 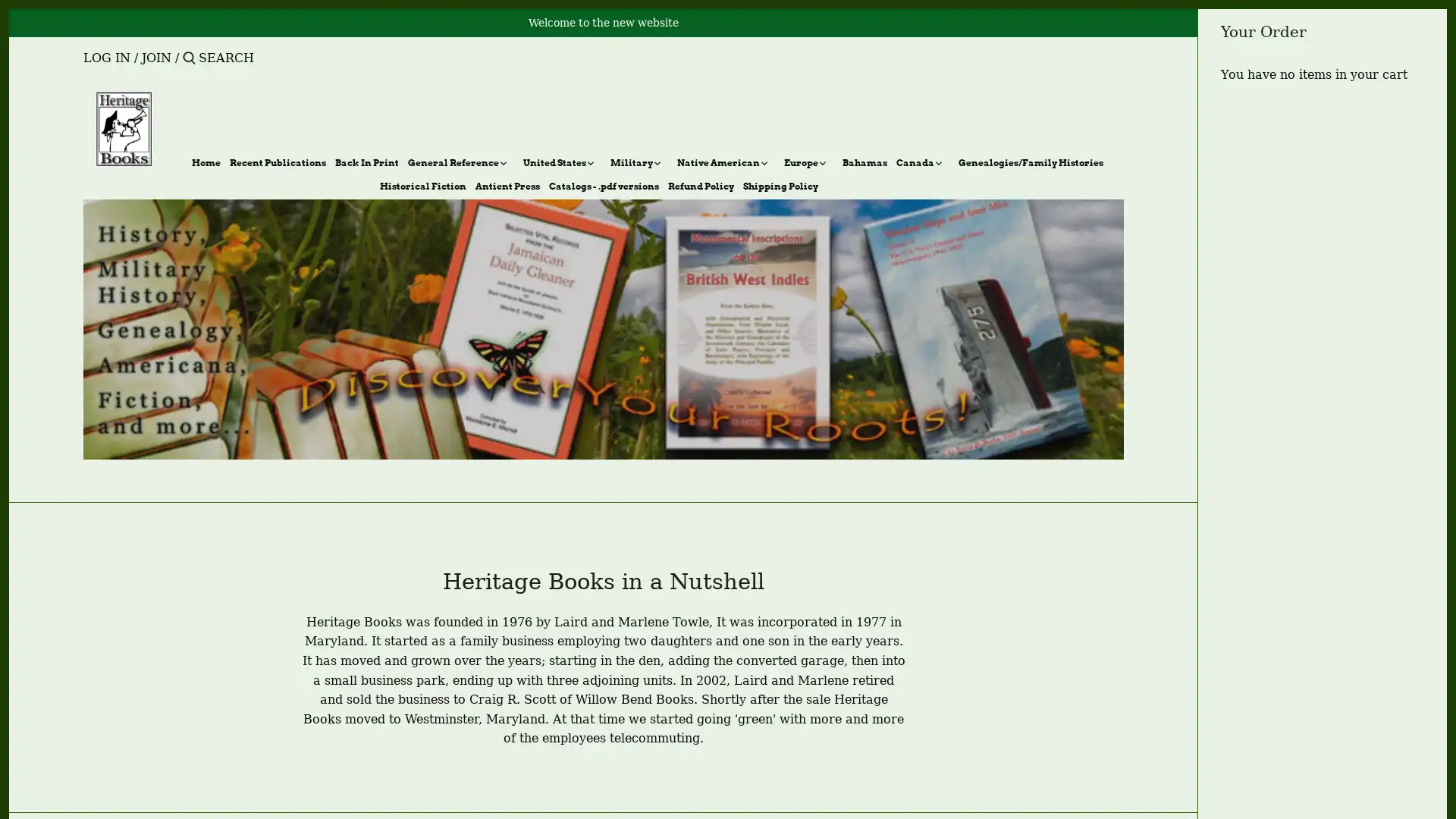 What do you see at coordinates (188, 58) in the screenshot?
I see `Submit` at bounding box center [188, 58].